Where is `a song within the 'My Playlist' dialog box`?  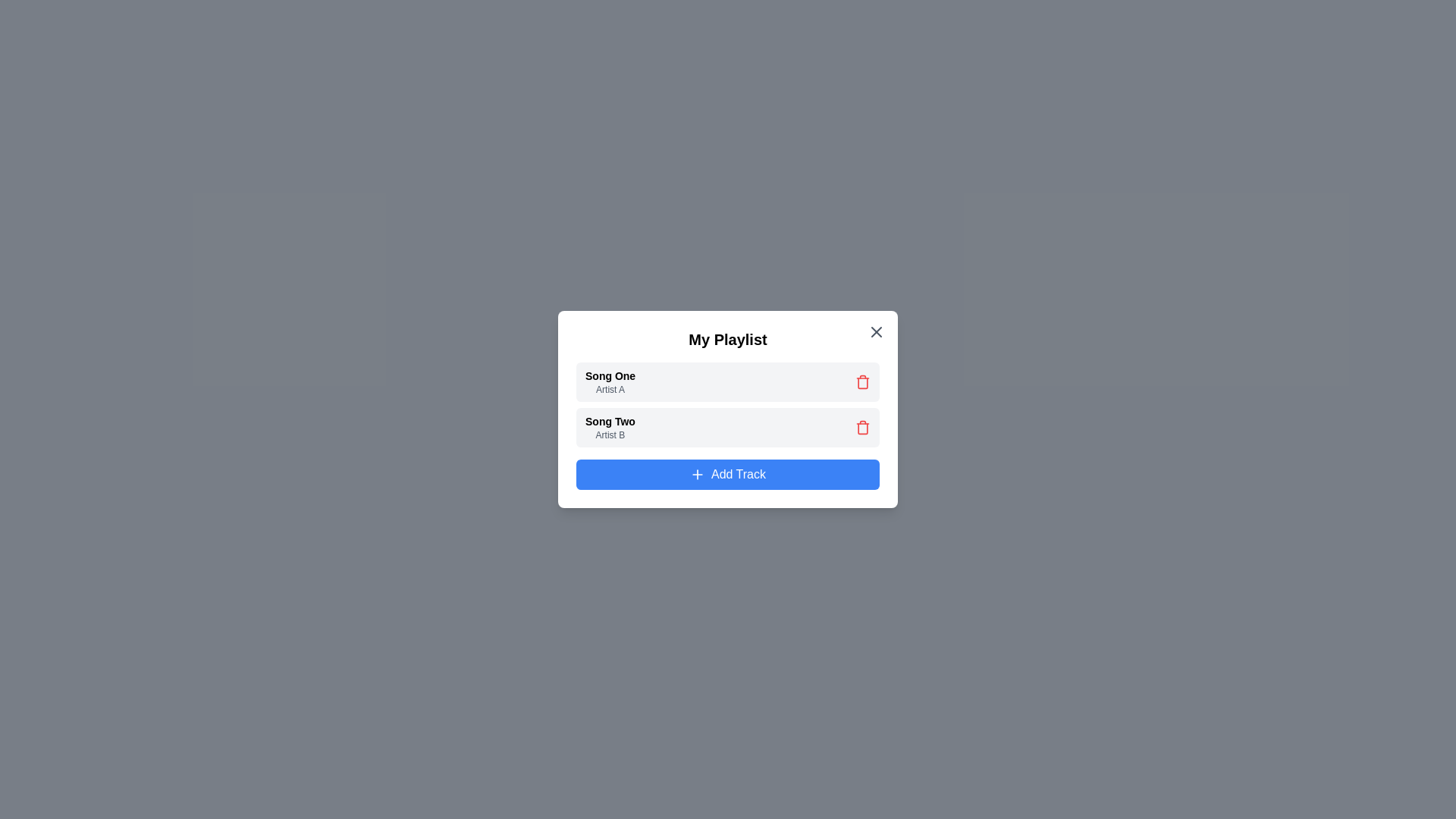
a song within the 'My Playlist' dialog box is located at coordinates (728, 409).